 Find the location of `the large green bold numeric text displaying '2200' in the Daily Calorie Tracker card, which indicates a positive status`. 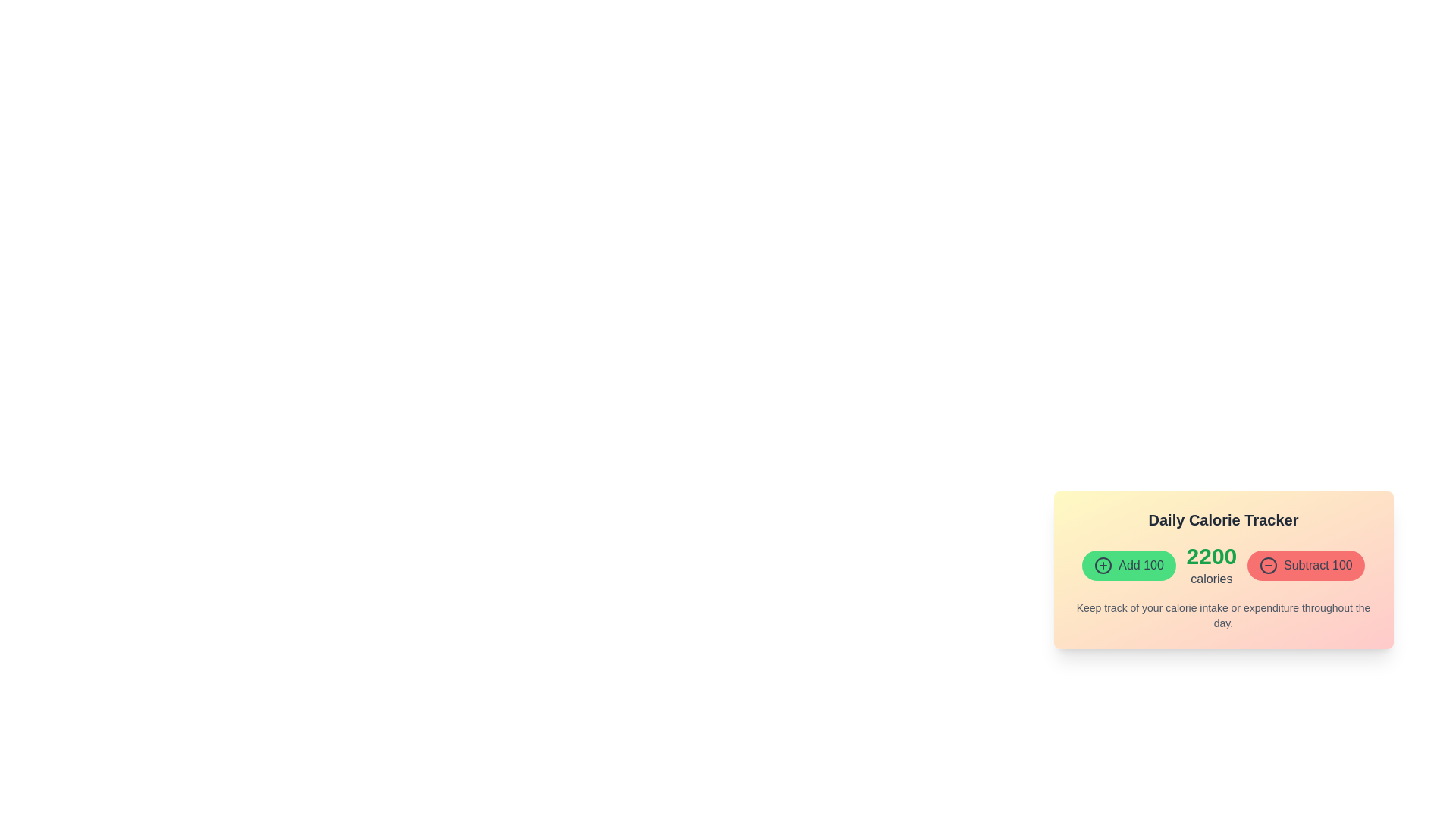

the large green bold numeric text displaying '2200' in the Daily Calorie Tracker card, which indicates a positive status is located at coordinates (1211, 556).